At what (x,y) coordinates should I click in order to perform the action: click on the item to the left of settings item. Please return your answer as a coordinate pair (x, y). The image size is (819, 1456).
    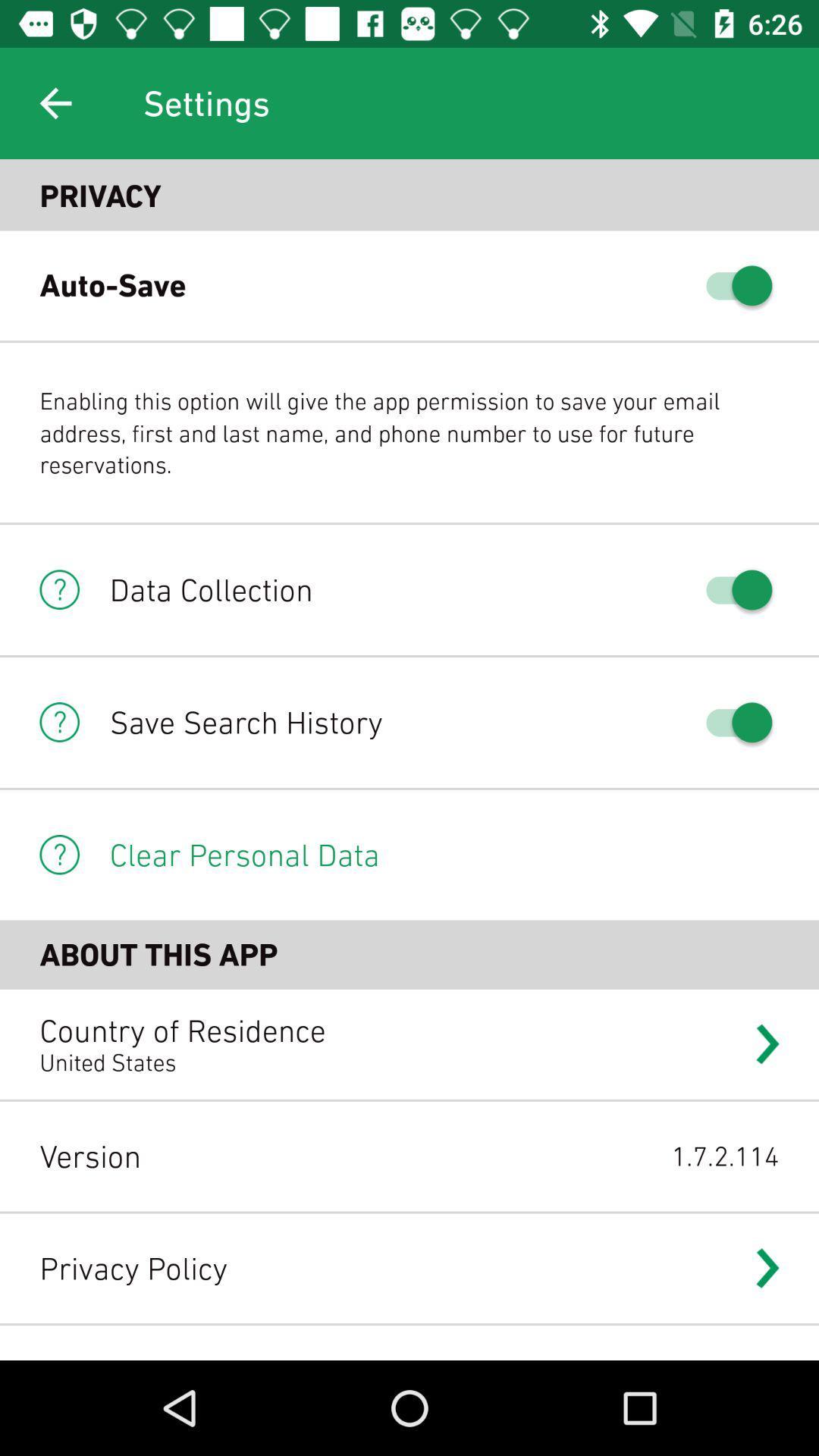
    Looking at the image, I should click on (55, 102).